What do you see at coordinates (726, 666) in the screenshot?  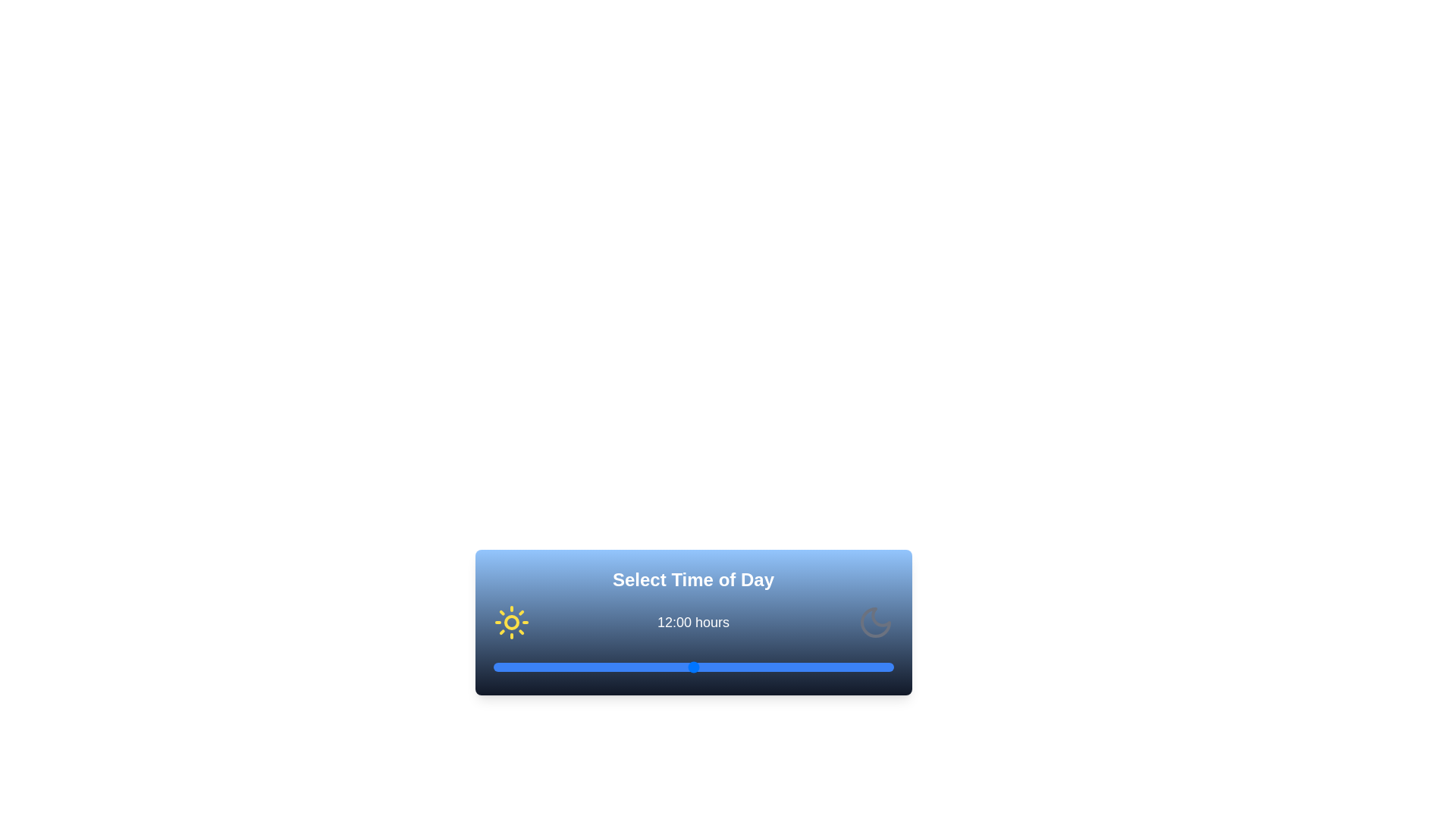 I see `the time to 14 hours using the slider` at bounding box center [726, 666].